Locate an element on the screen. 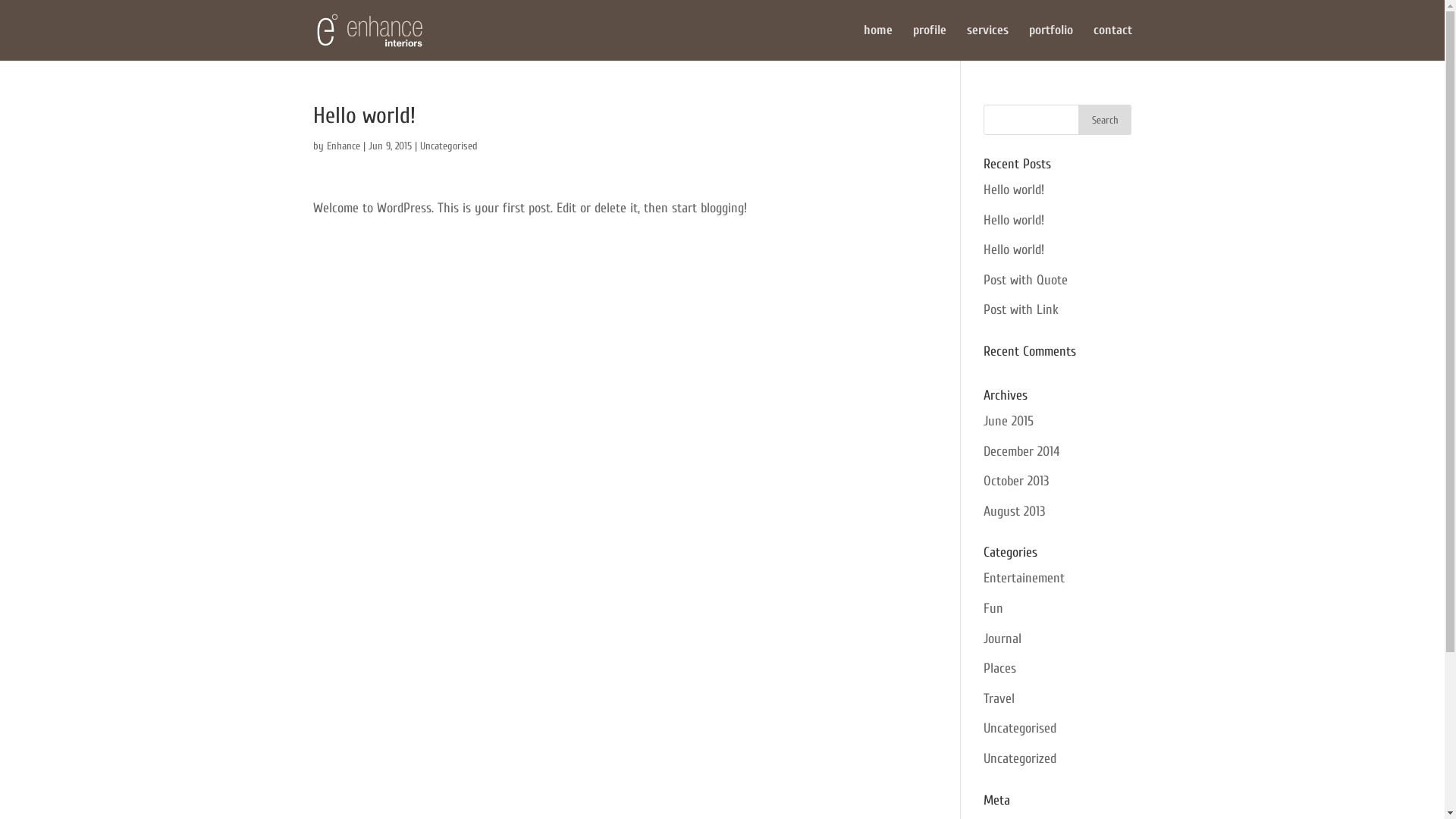 This screenshot has height=819, width=1456. 'Hello world!' is located at coordinates (1014, 249).